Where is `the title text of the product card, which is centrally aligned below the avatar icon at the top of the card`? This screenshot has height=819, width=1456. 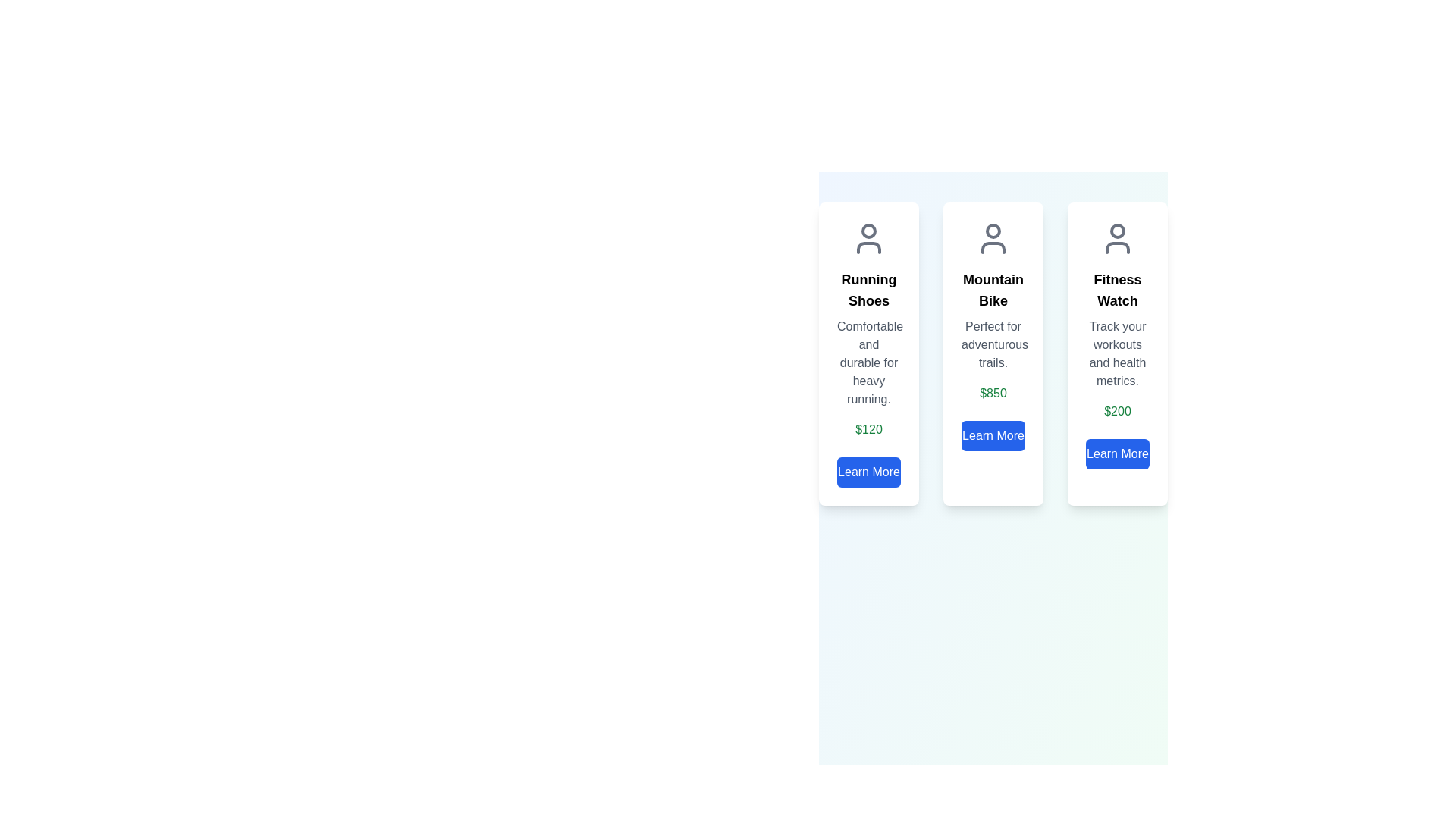 the title text of the product card, which is centrally aligned below the avatar icon at the top of the card is located at coordinates (869, 290).